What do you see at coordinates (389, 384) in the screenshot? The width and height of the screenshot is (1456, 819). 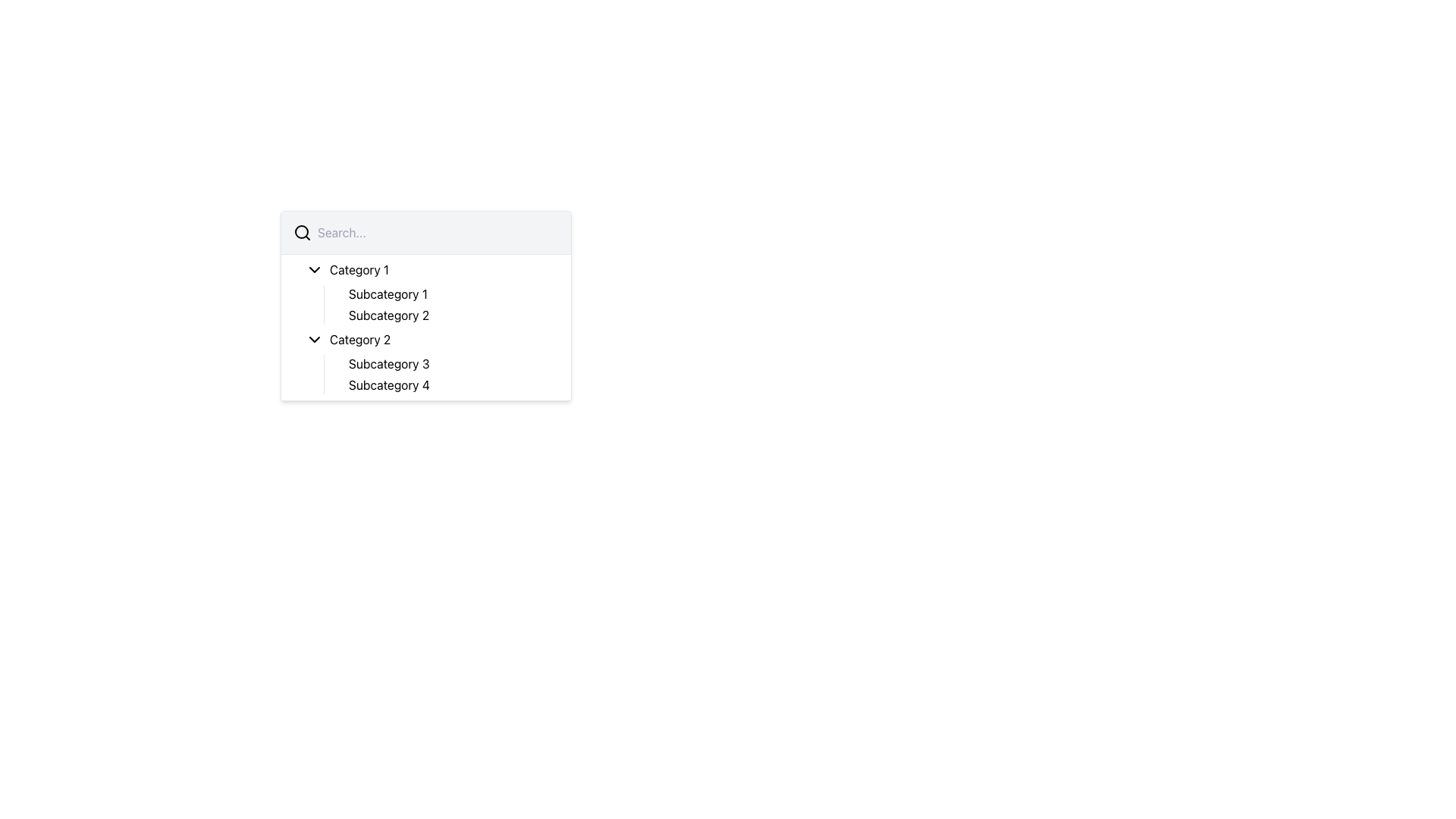 I see `the 'Subcategory 4' text label, which is aligned to the left and located under the 'Category 2' expandable menu as the second sub-item below 'Subcategory 3'` at bounding box center [389, 384].